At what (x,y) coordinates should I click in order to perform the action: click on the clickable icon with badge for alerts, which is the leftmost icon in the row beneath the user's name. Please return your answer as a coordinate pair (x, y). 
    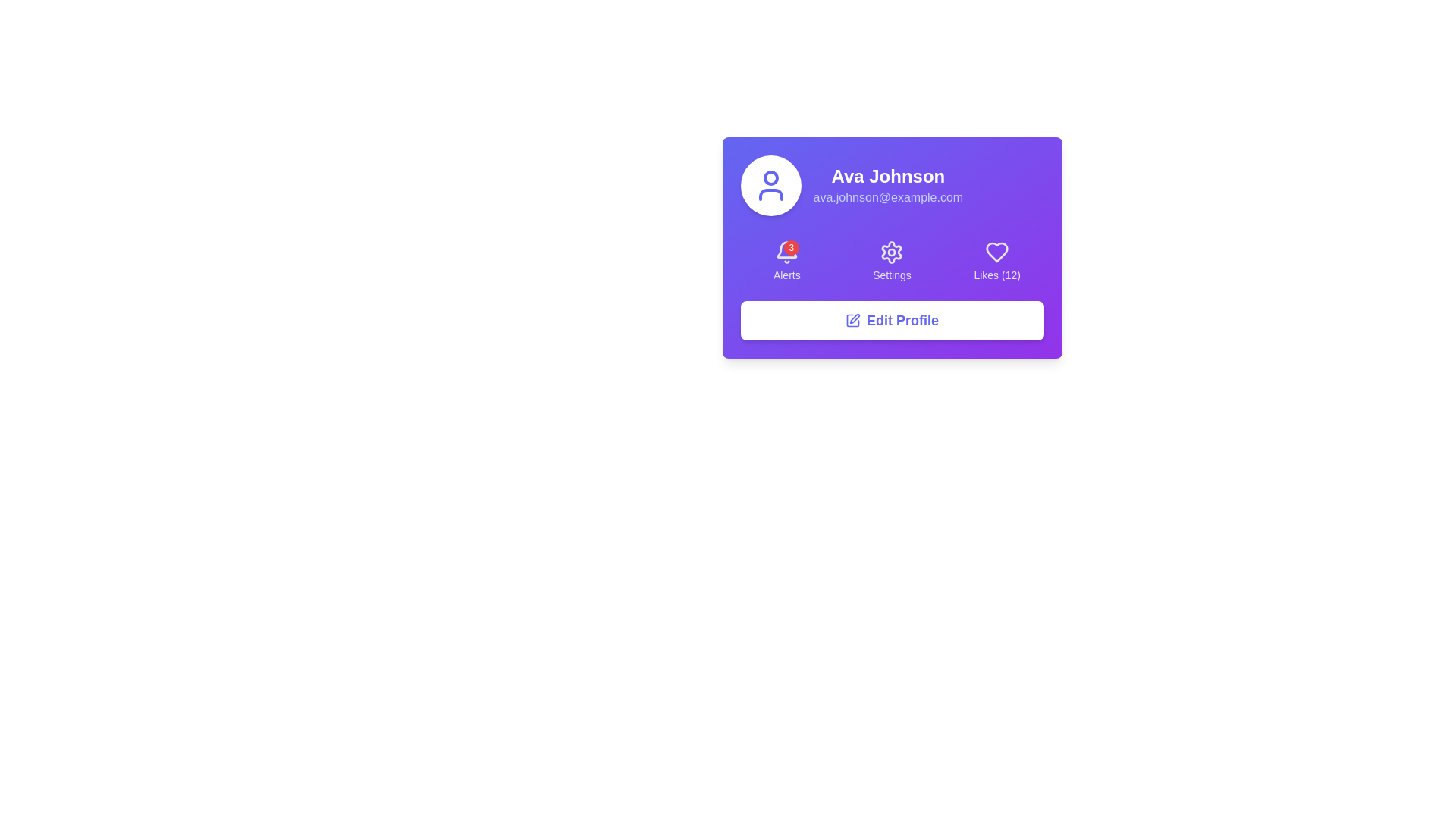
    Looking at the image, I should click on (786, 251).